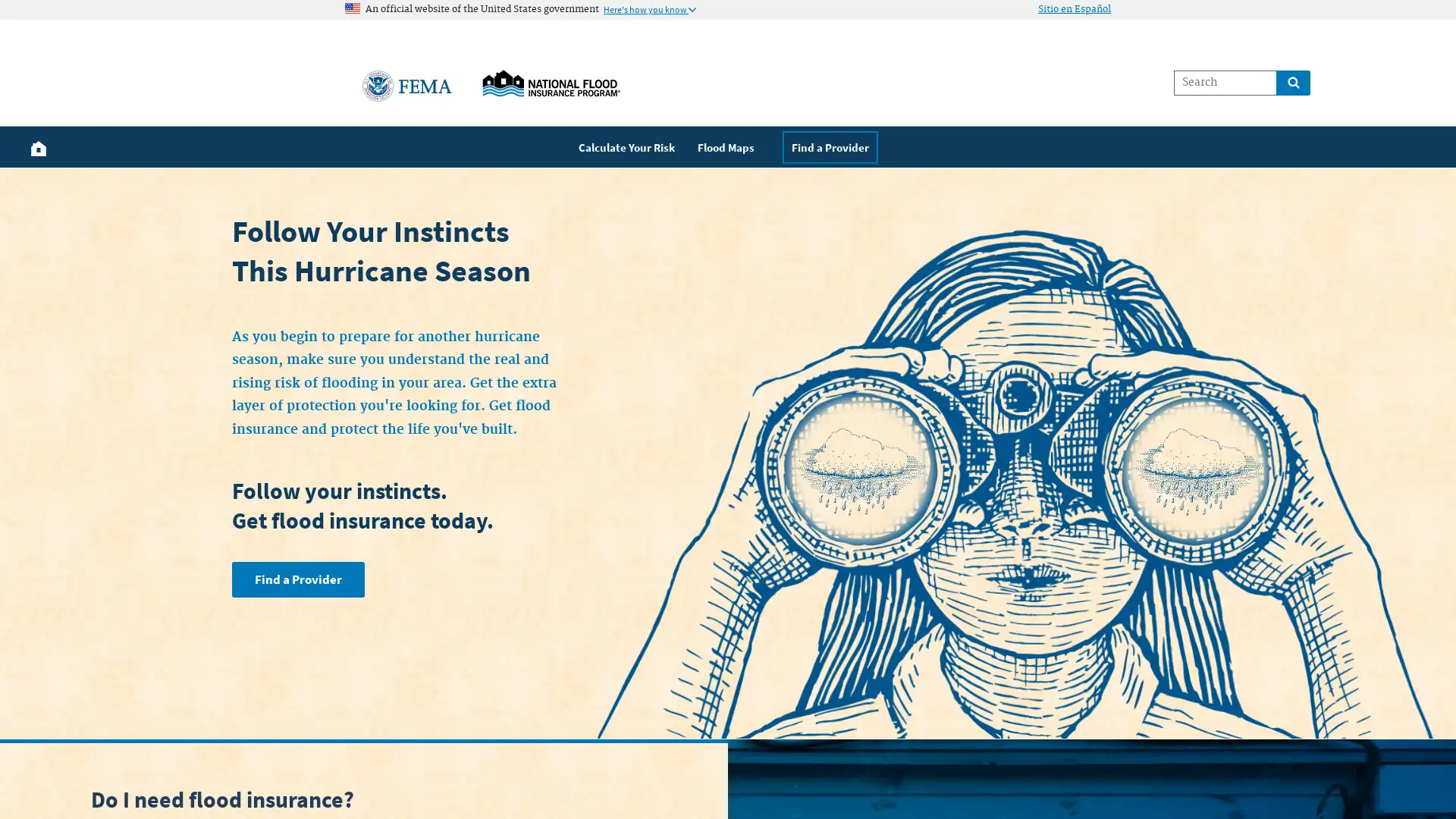  What do you see at coordinates (650, 8) in the screenshot?
I see `Information to identify secure official US Government websites` at bounding box center [650, 8].